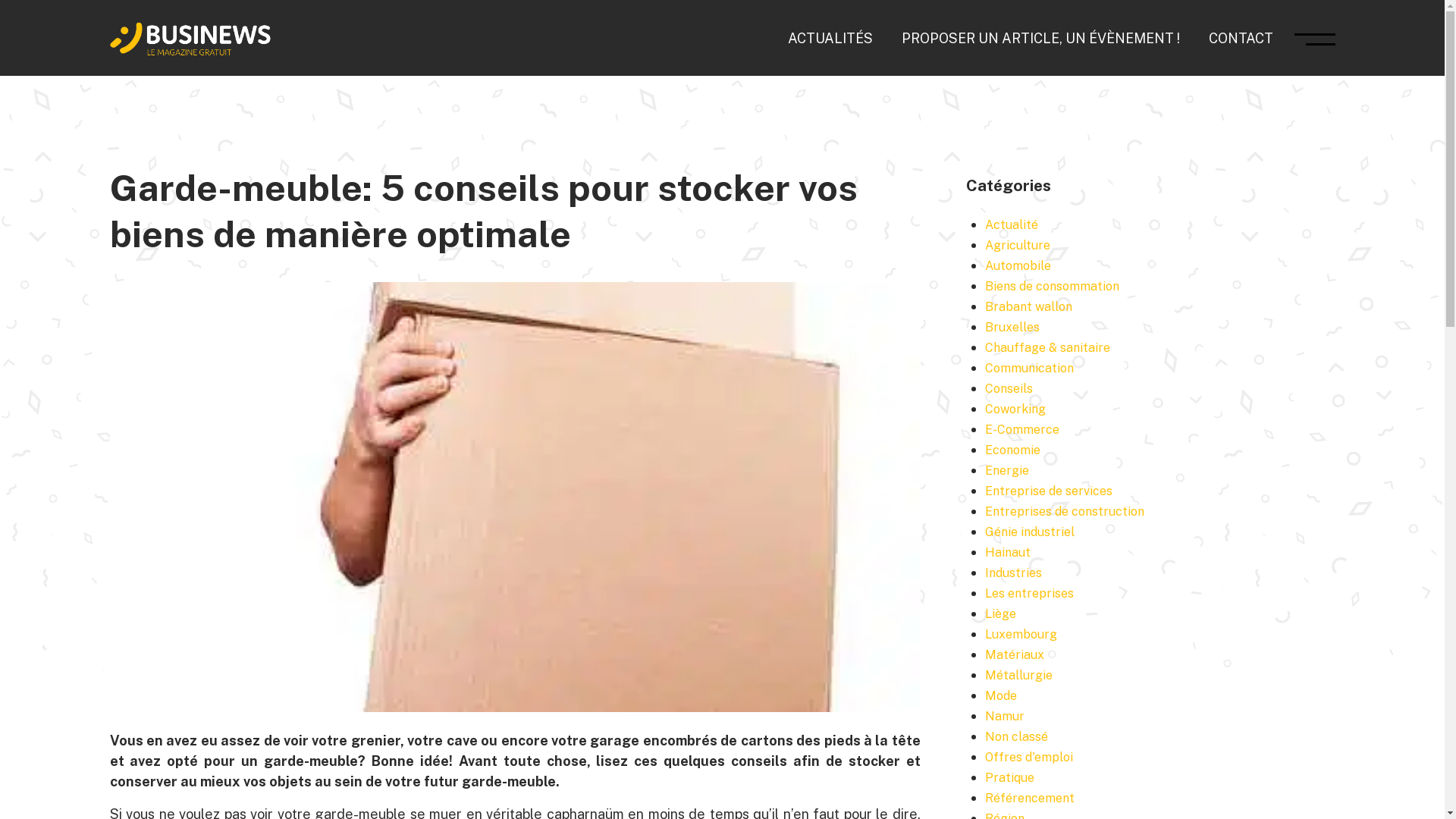 The image size is (1456, 819). Describe the element at coordinates (1018, 265) in the screenshot. I see `'Automobile'` at that location.